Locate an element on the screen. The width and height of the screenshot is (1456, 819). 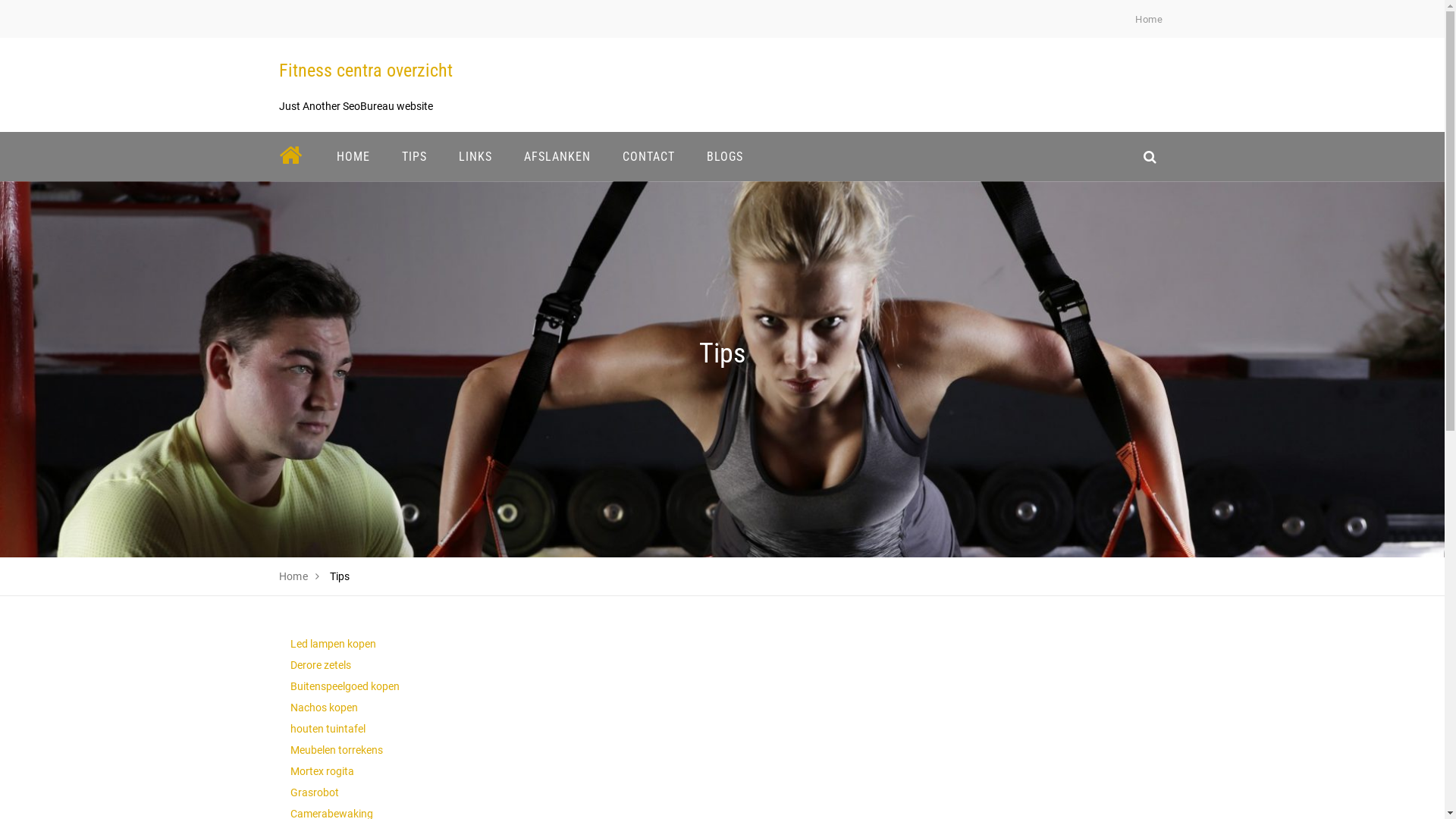
'Home' is located at coordinates (1149, 19).